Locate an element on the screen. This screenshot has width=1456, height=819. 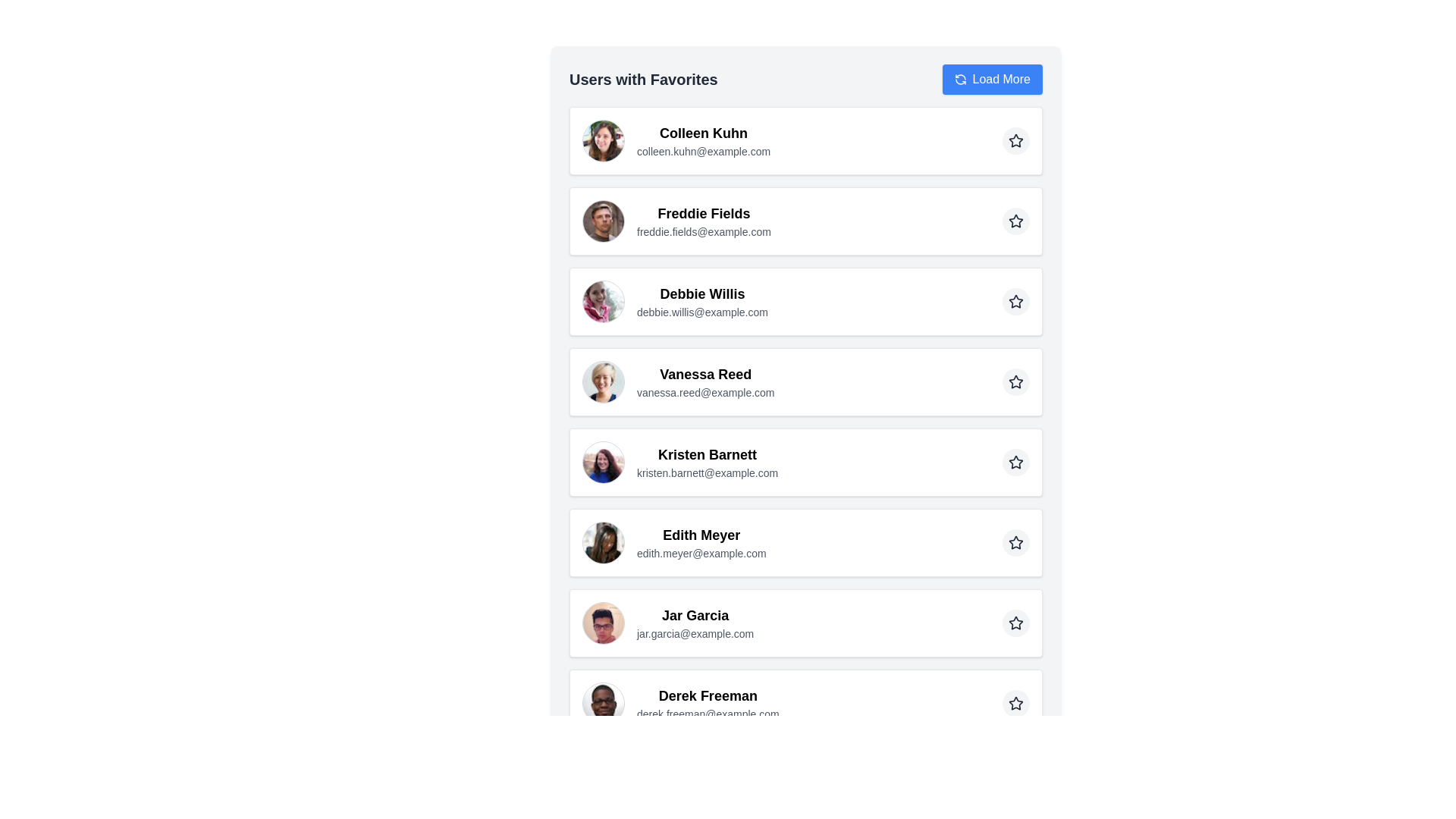
the user name 'Colleen Kuhn' displayed in bold at the top of the user profile item, which is a circular avatar followed by the user's email is located at coordinates (676, 140).